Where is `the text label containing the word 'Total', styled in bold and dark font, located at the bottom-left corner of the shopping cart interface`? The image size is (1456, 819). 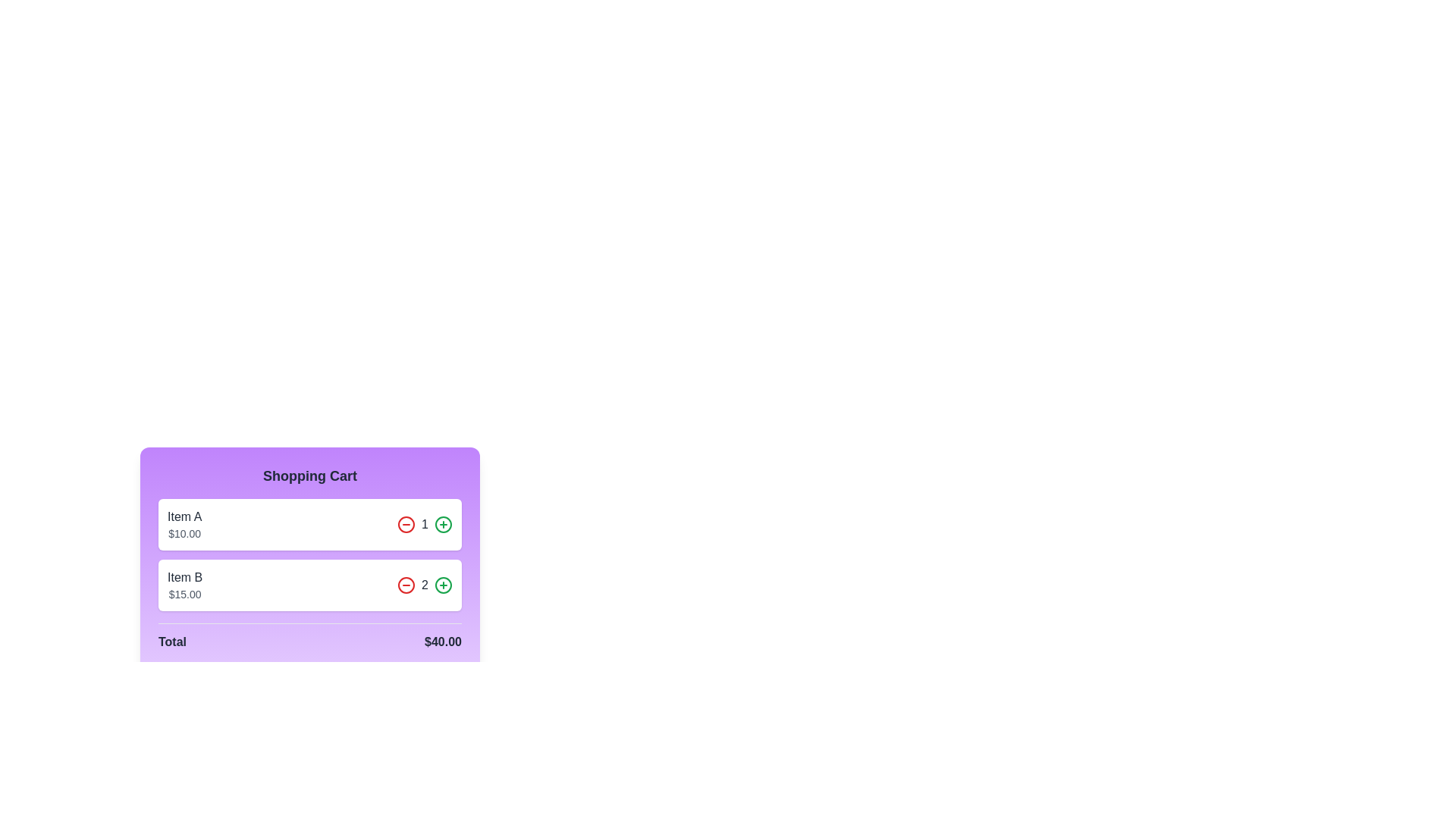
the text label containing the word 'Total', styled in bold and dark font, located at the bottom-left corner of the shopping cart interface is located at coordinates (172, 642).